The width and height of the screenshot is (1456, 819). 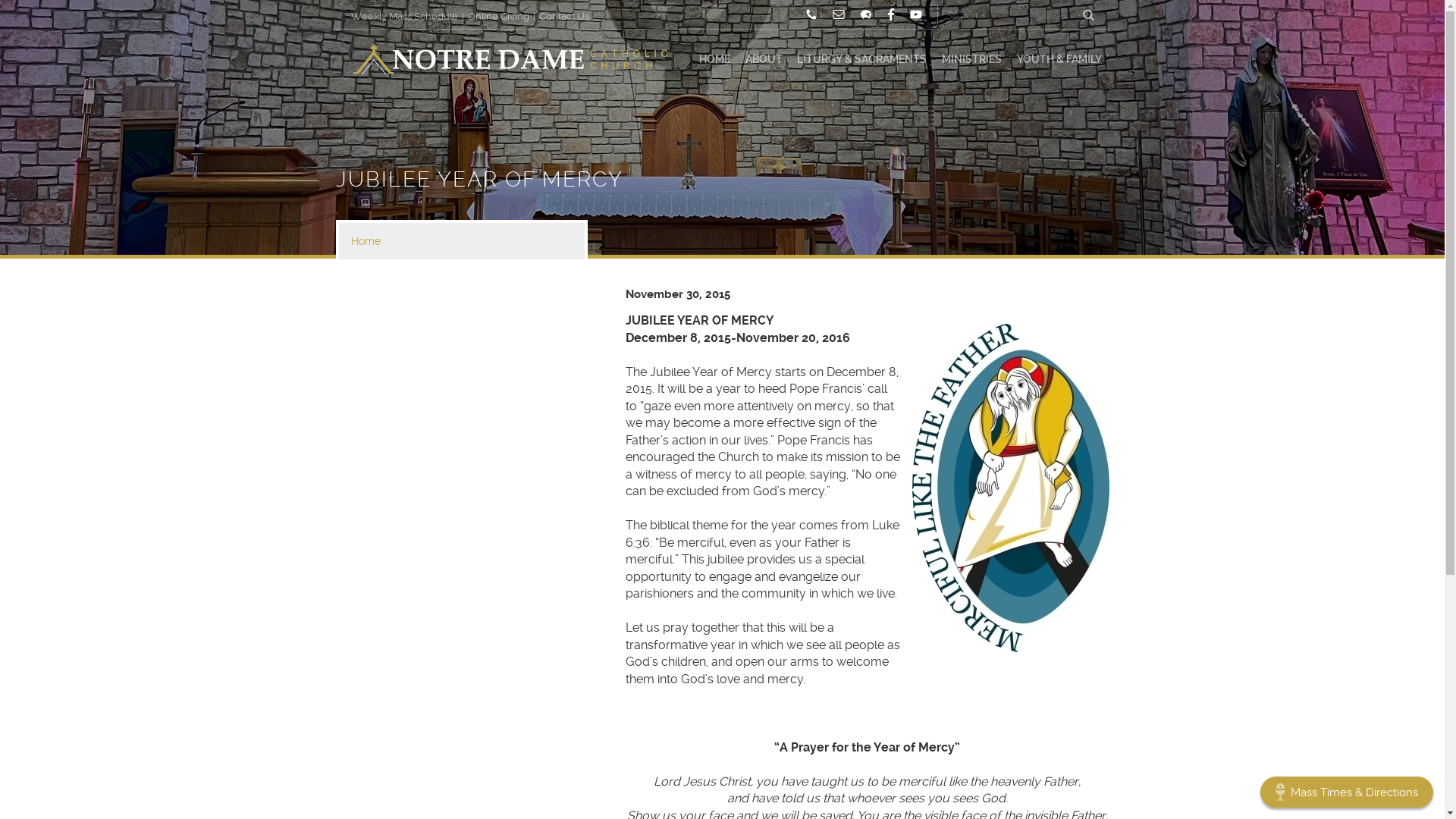 I want to click on 'MINISTRIES', so click(x=971, y=58).